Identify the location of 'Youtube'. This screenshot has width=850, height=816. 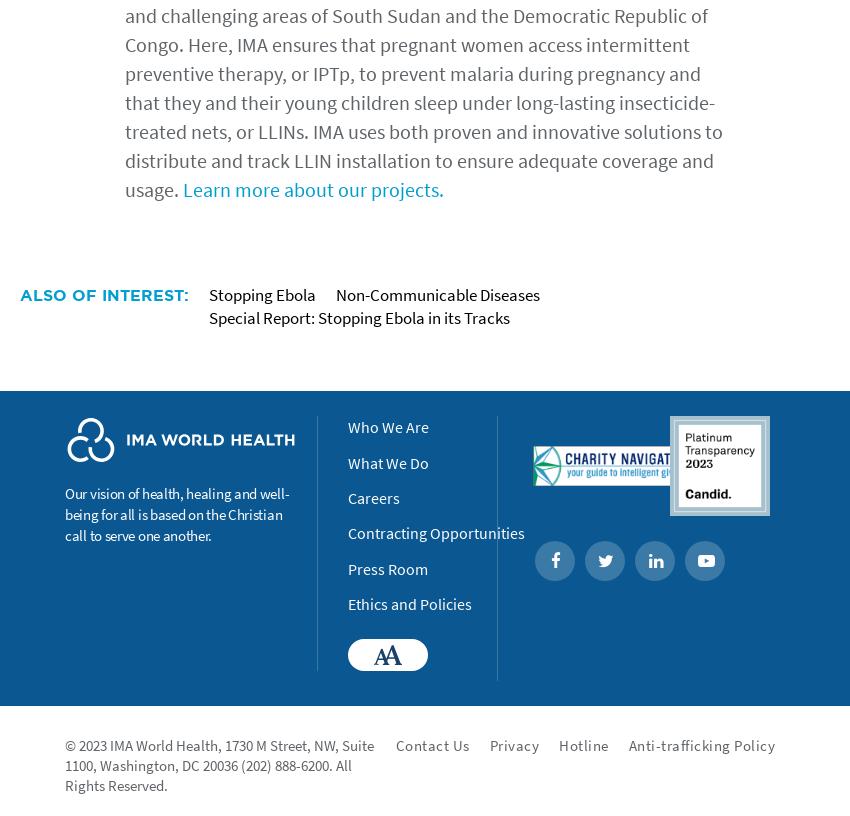
(725, 561).